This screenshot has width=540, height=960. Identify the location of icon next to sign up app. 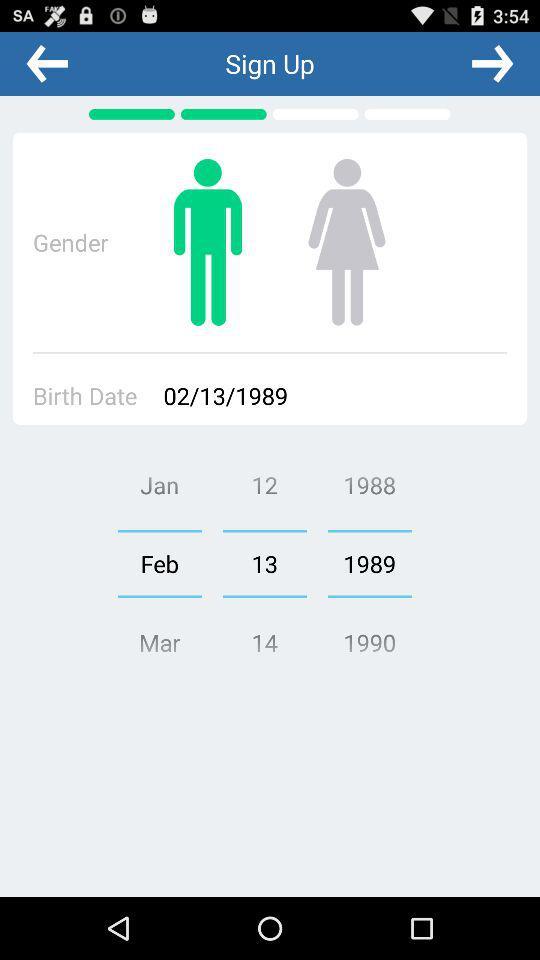
(491, 63).